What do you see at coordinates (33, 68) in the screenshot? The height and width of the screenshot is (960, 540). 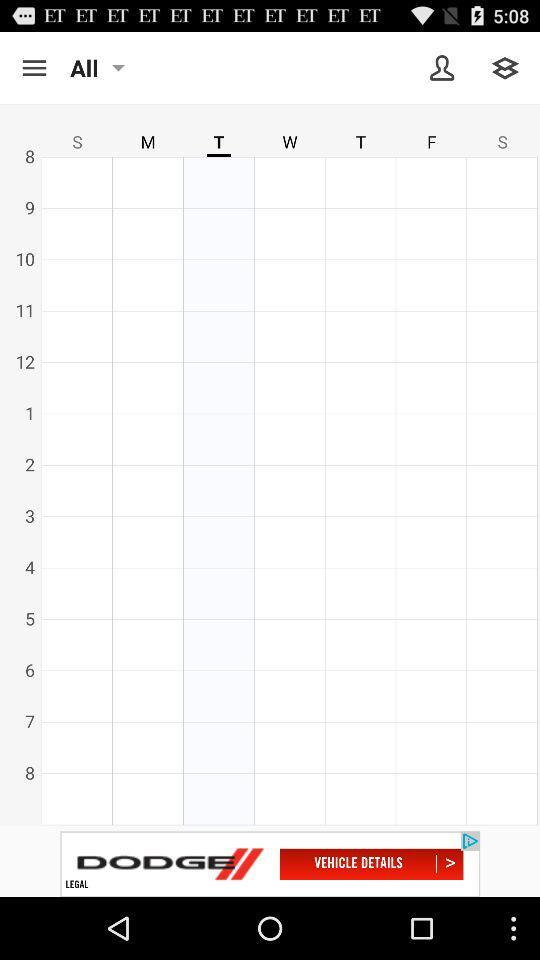 I see `app option` at bounding box center [33, 68].